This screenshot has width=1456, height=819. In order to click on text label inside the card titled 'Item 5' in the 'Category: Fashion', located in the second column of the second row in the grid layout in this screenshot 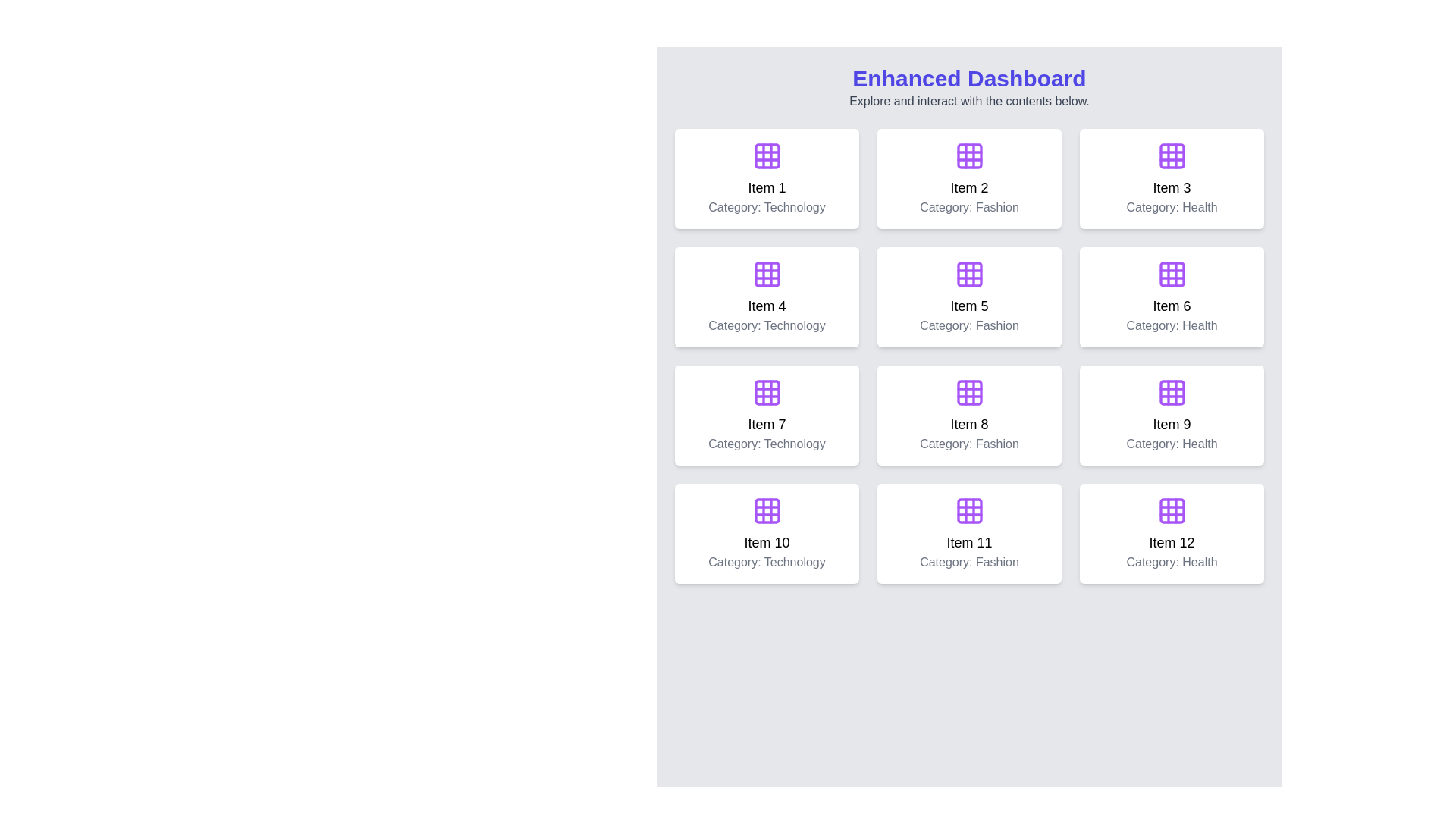, I will do `click(968, 306)`.